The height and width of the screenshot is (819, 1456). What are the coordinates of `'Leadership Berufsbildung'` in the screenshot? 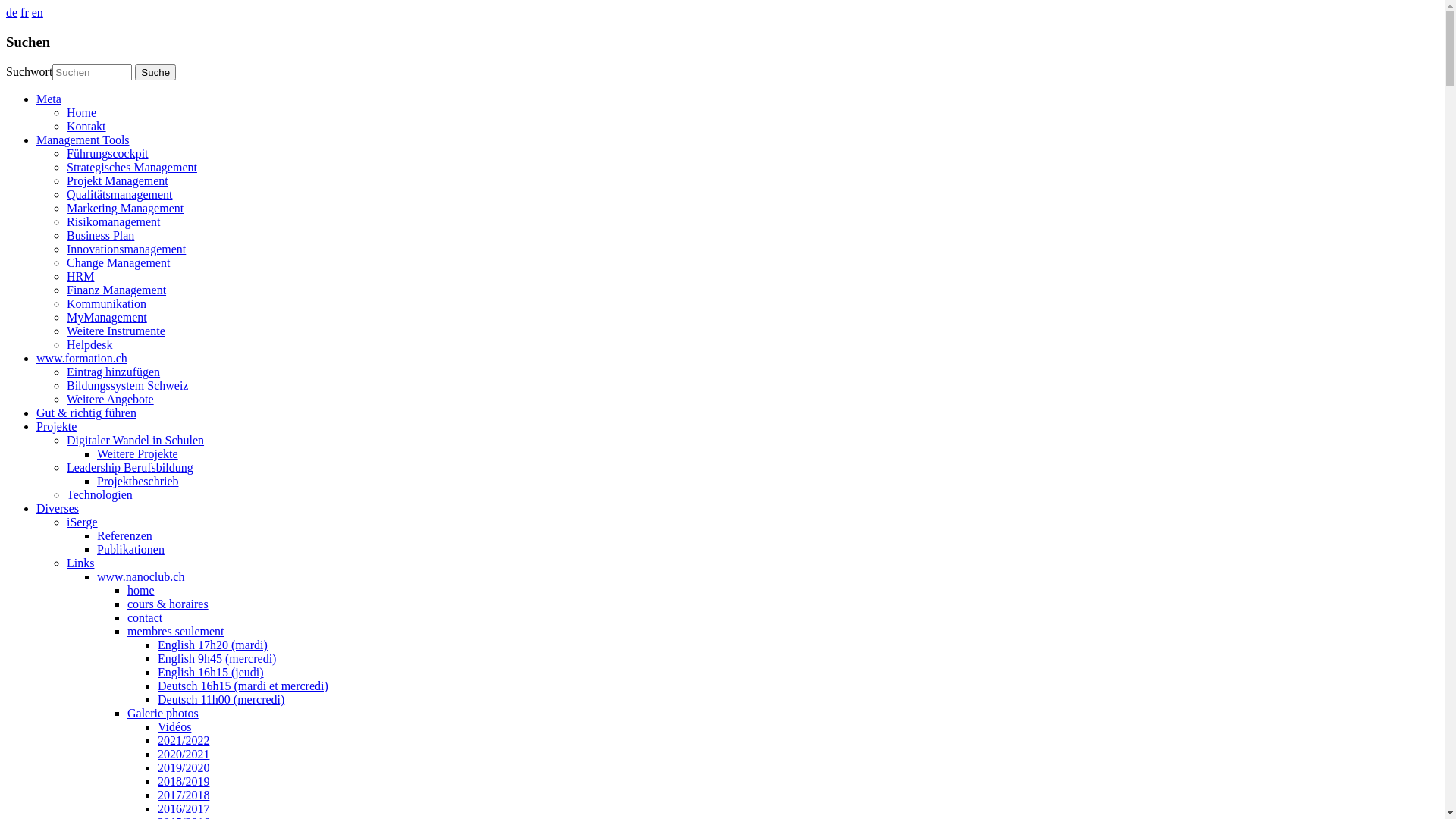 It's located at (130, 466).